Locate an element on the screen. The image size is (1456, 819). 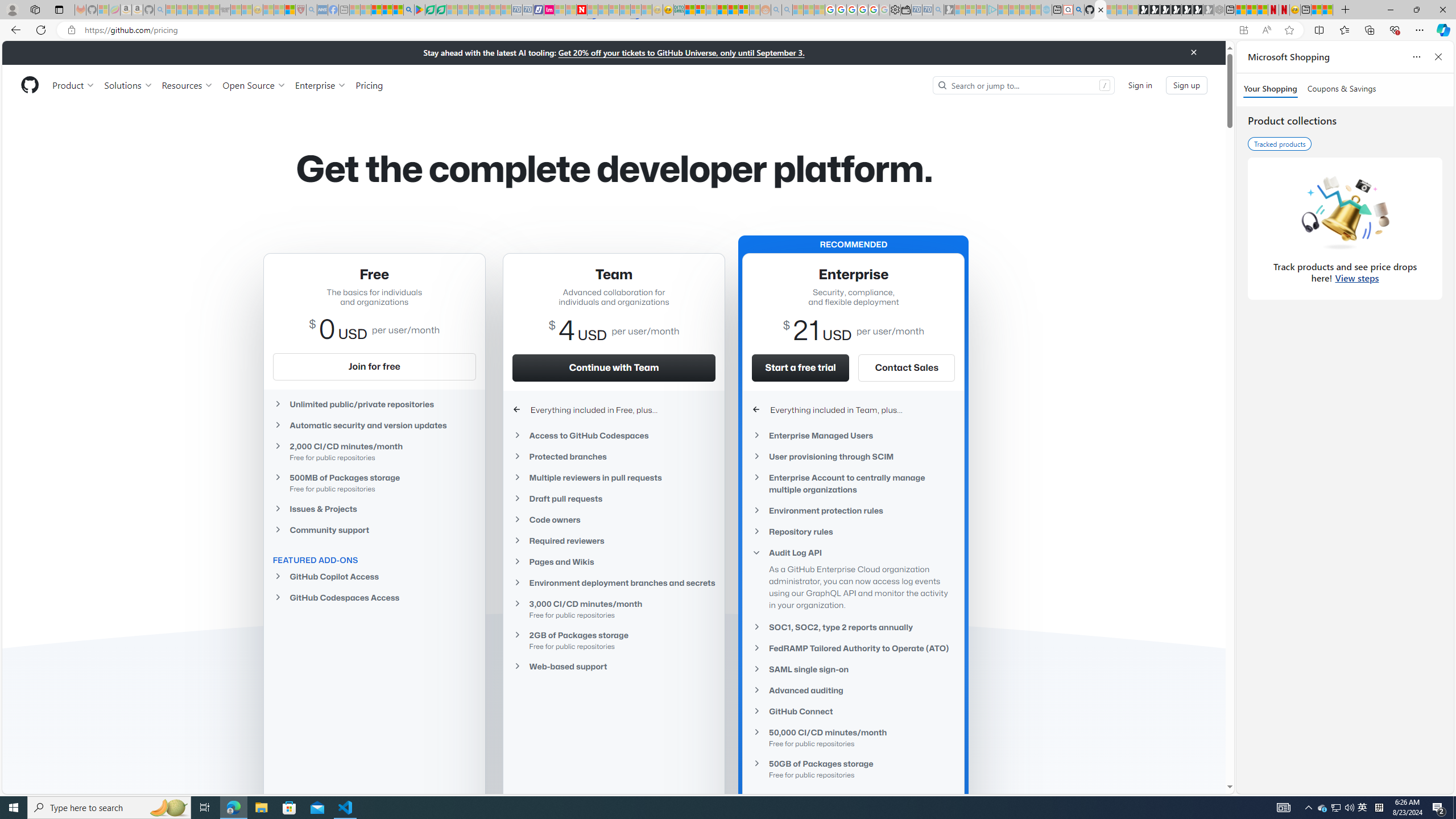
'Web-based support' is located at coordinates (614, 666).